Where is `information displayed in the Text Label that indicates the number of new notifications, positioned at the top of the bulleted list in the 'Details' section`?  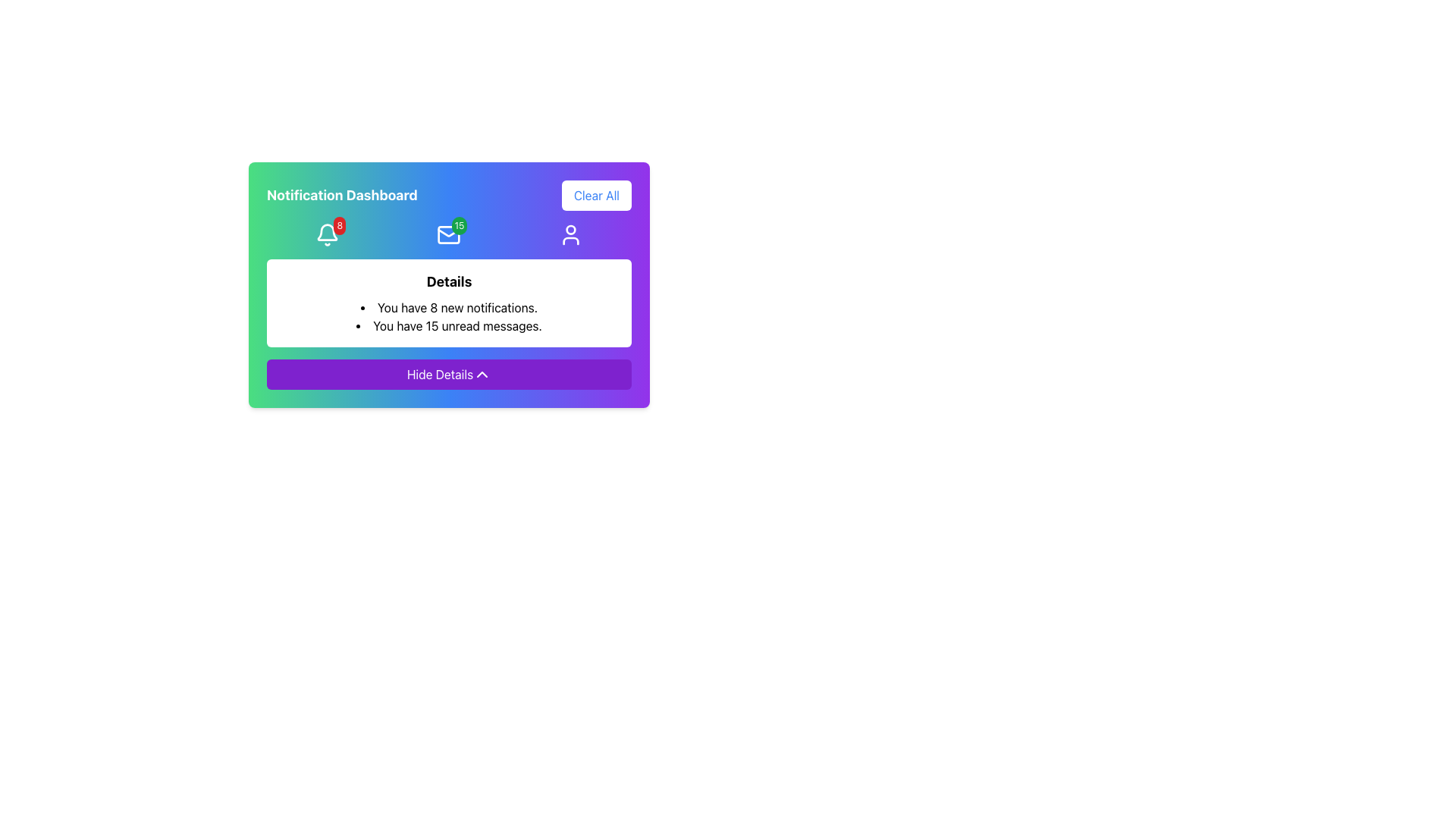 information displayed in the Text Label that indicates the number of new notifications, positioned at the top of the bulleted list in the 'Details' section is located at coordinates (448, 307).